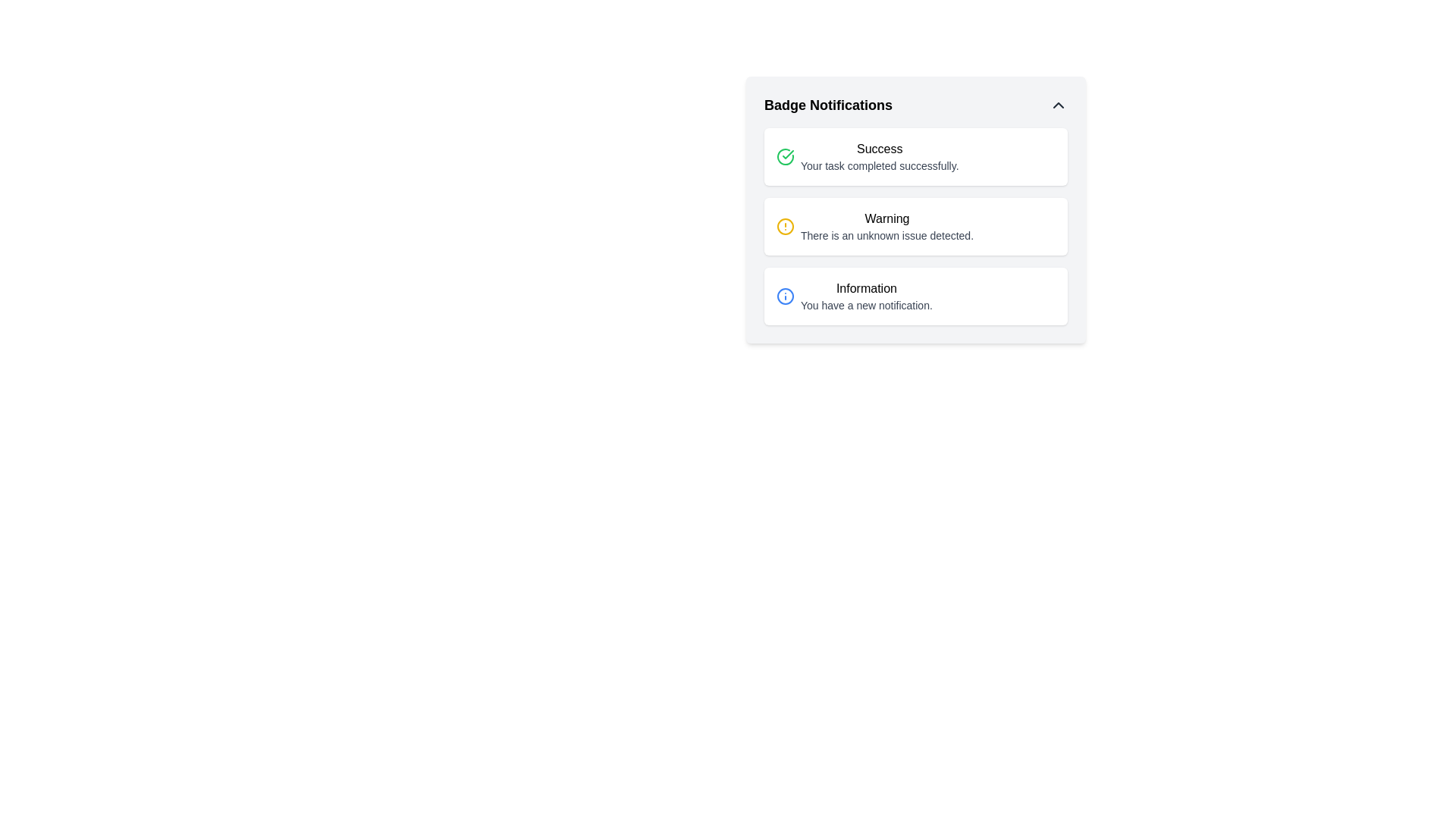 This screenshot has width=1456, height=819. I want to click on the notification details by clicking on the Notification block containing three vertically stacked cards that display system alerts, so click(915, 227).